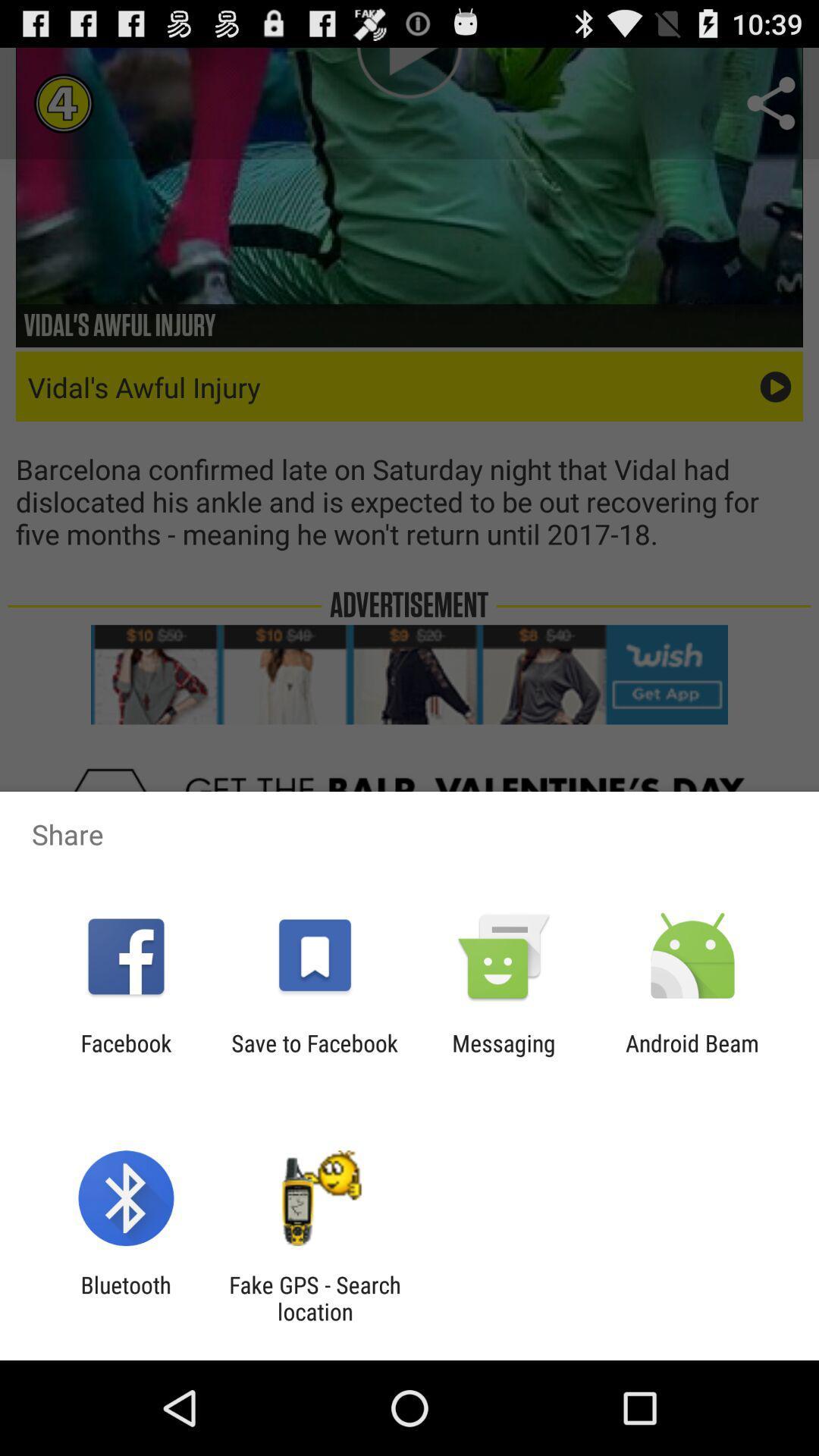 The width and height of the screenshot is (819, 1456). What do you see at coordinates (125, 1298) in the screenshot?
I see `item next to fake gps search item` at bounding box center [125, 1298].